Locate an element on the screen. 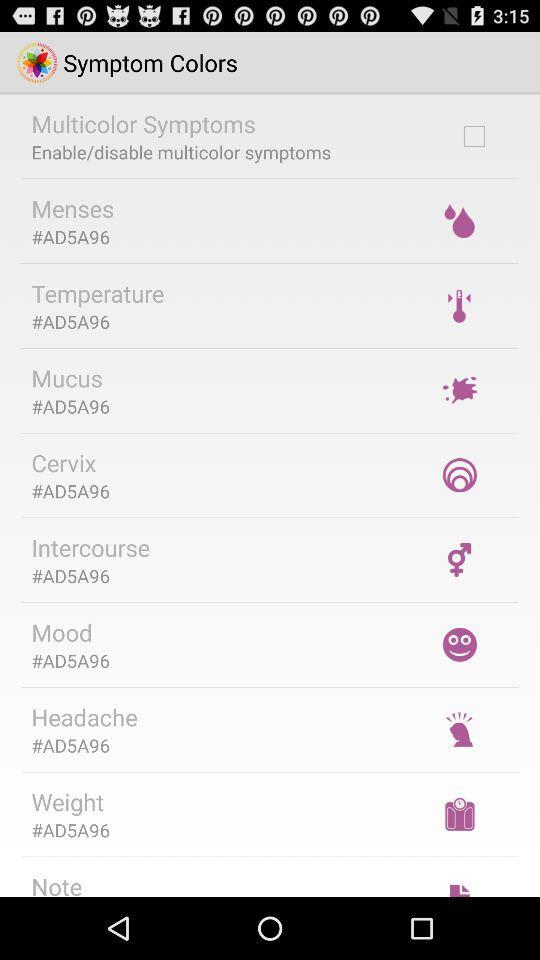  the item below the #ad5a96 icon is located at coordinates (67, 377).